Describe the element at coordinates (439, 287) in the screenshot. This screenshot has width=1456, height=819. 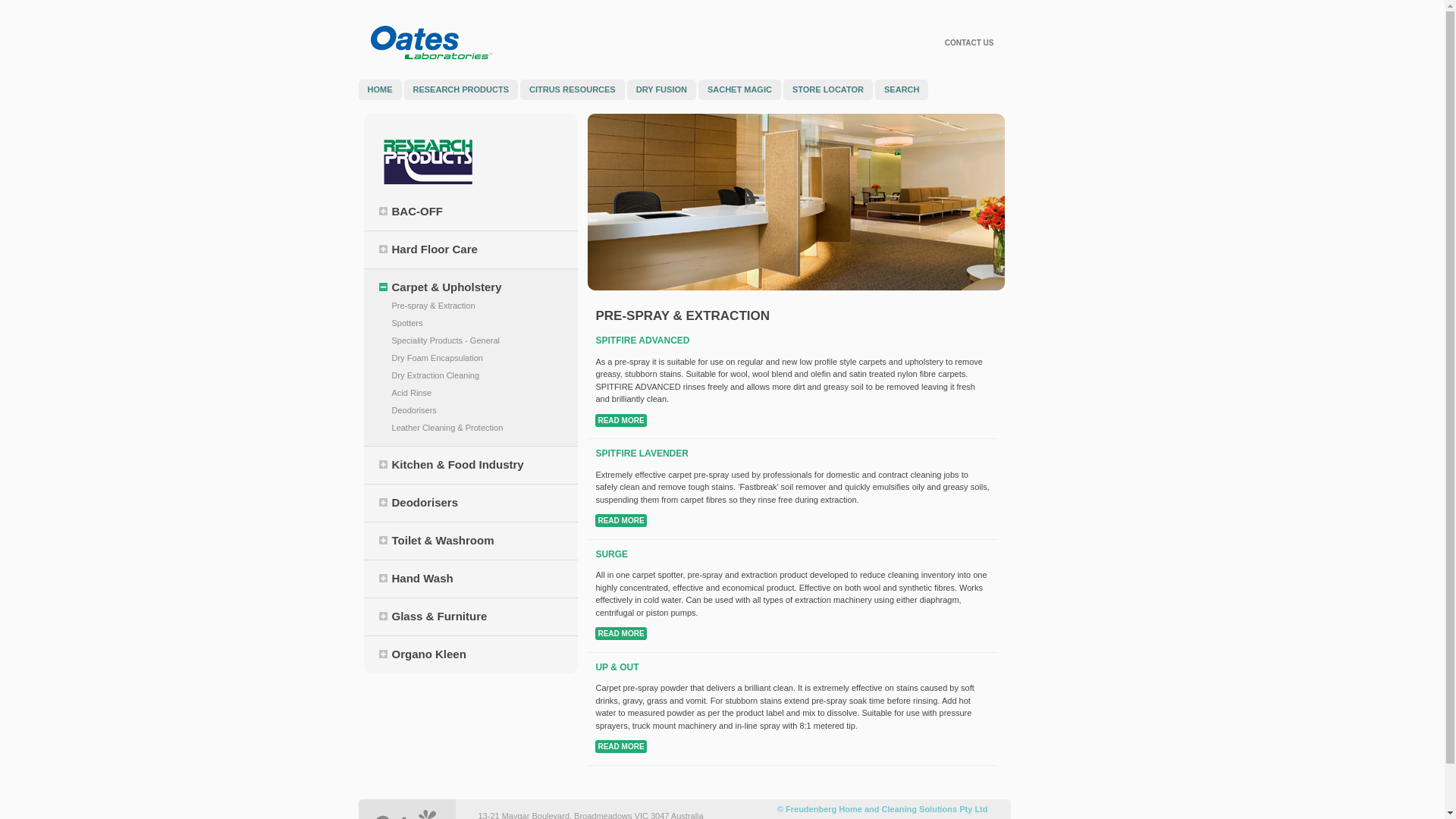
I see `'Carpet & Upholstery'` at that location.